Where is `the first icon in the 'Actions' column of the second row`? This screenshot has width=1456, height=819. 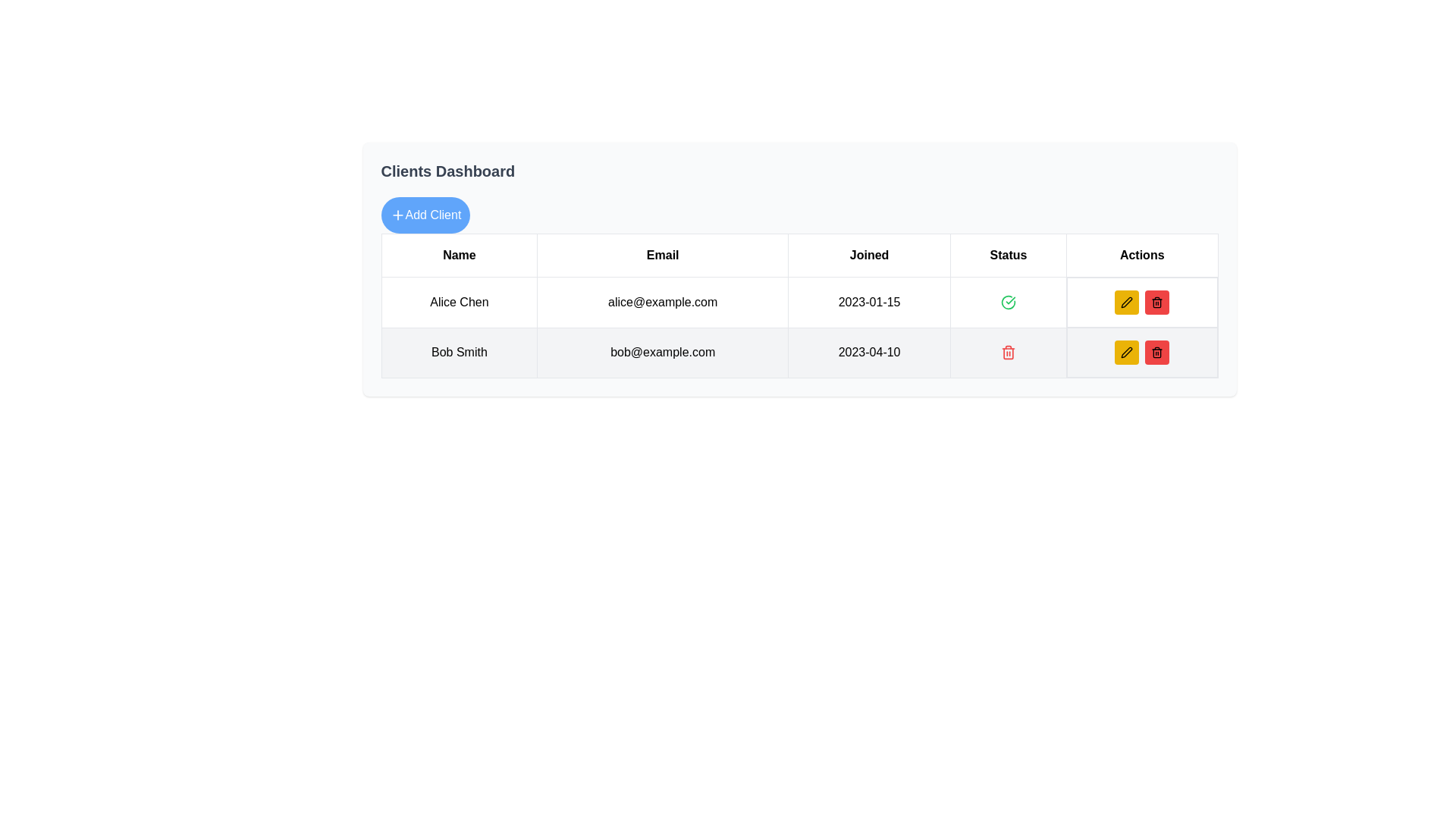
the first icon in the 'Actions' column of the second row is located at coordinates (1127, 353).